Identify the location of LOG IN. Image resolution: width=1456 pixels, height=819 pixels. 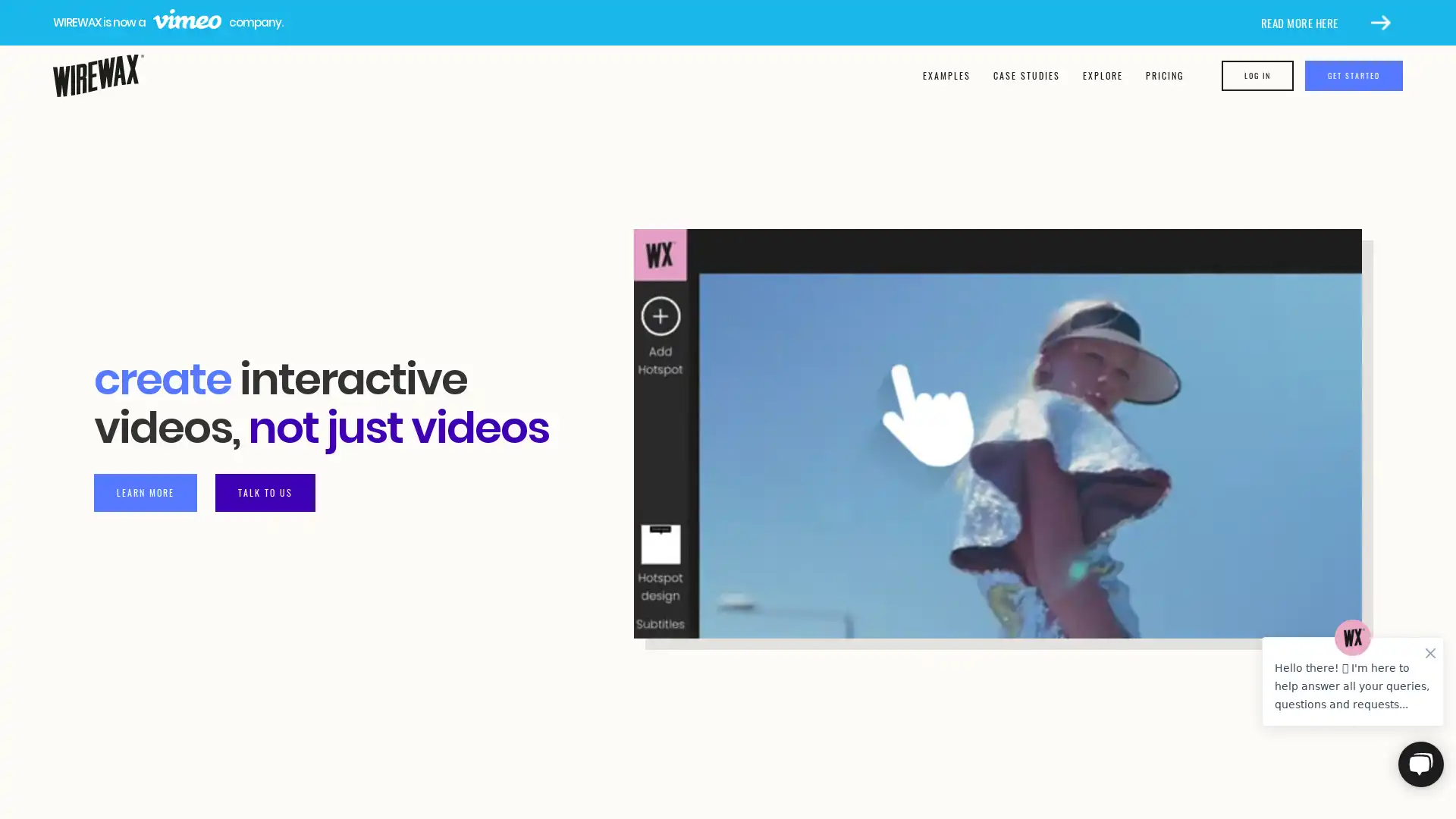
(1257, 76).